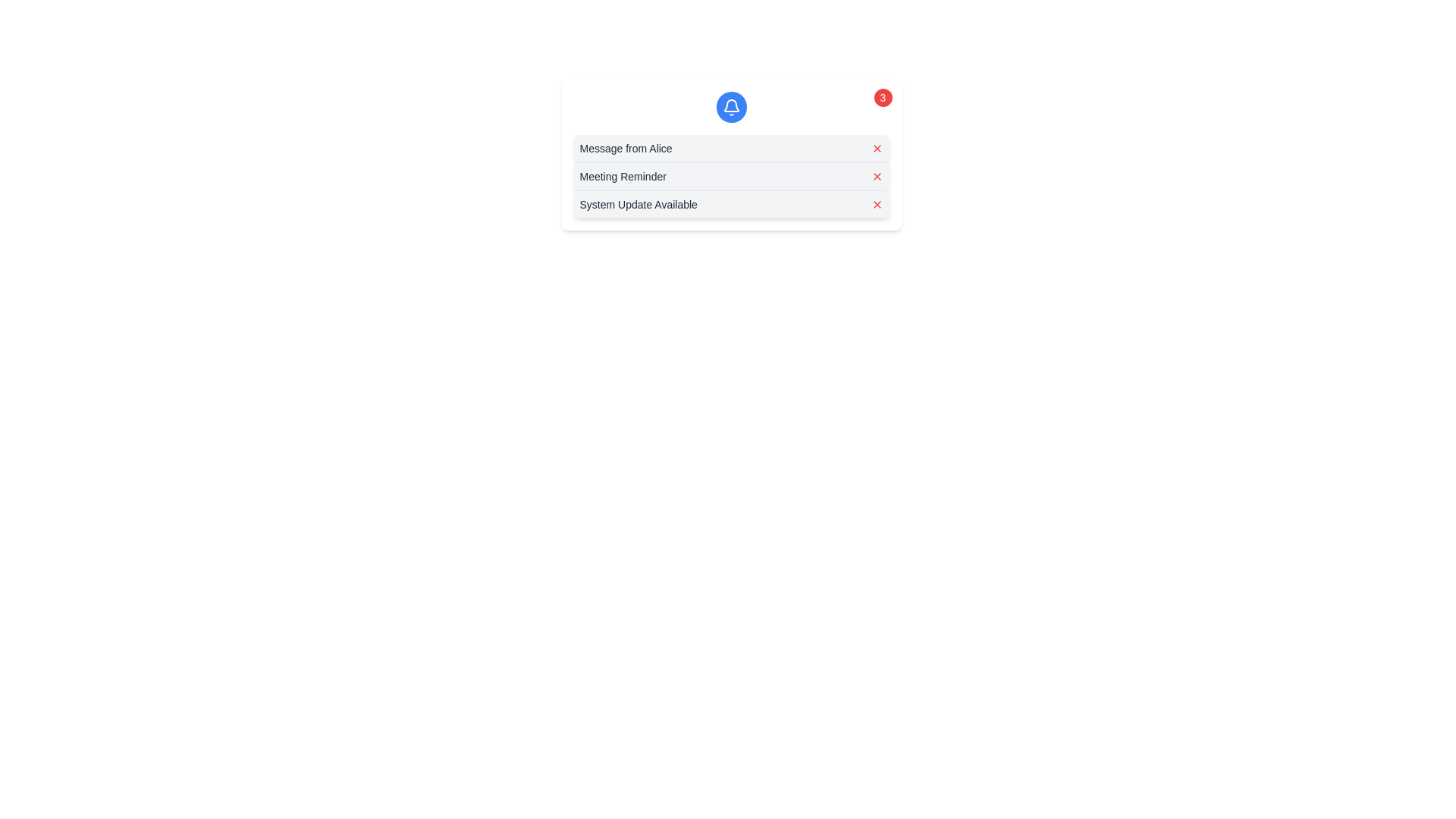  I want to click on the small red cross icon used as a delete button for the 'Meeting Reminder' notification, so click(877, 175).